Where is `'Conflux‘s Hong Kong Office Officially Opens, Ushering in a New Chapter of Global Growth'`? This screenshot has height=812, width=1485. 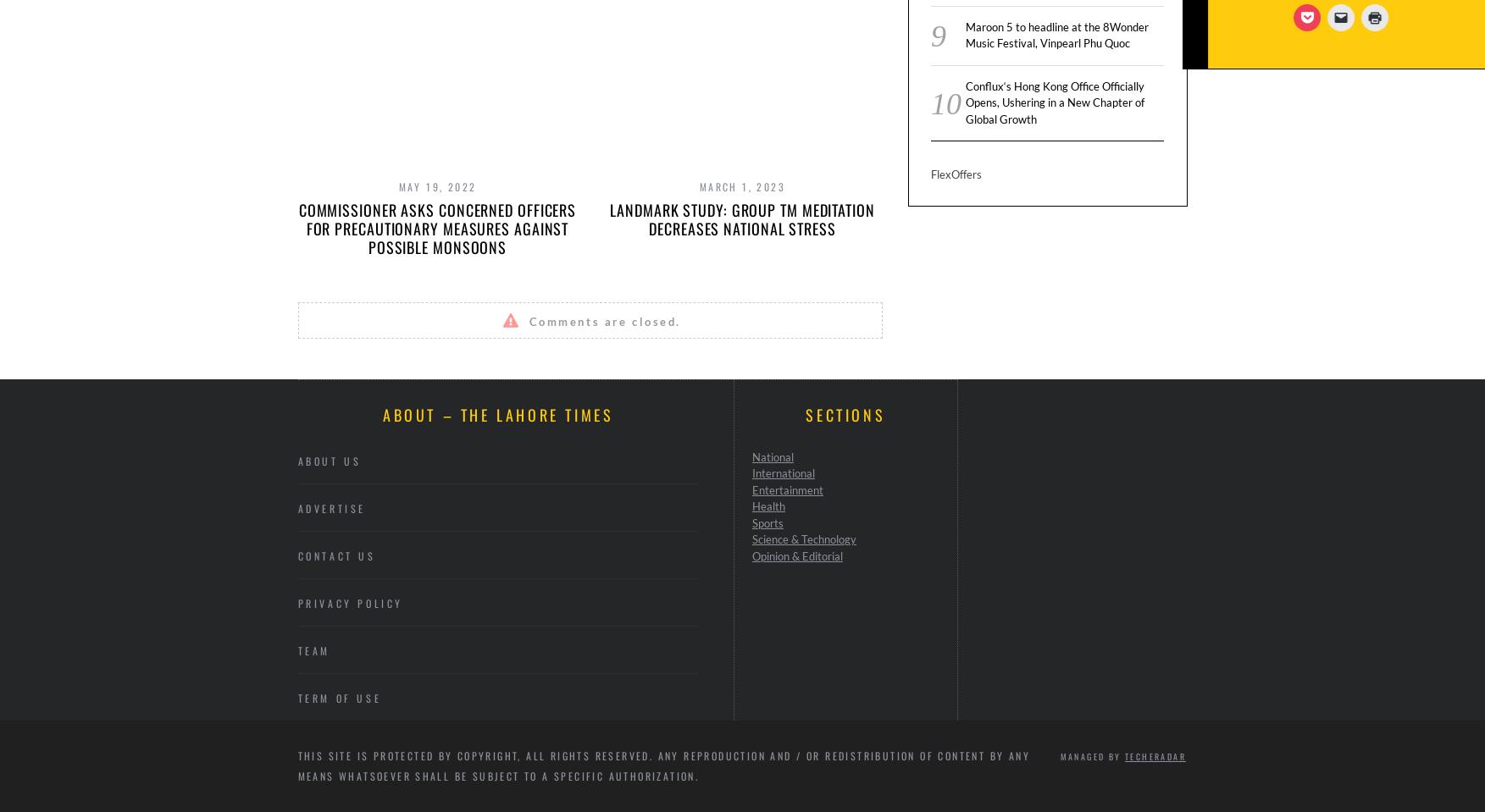
'Conflux‘s Hong Kong Office Officially Opens, Ushering in a New Chapter of Global Growth' is located at coordinates (1054, 102).